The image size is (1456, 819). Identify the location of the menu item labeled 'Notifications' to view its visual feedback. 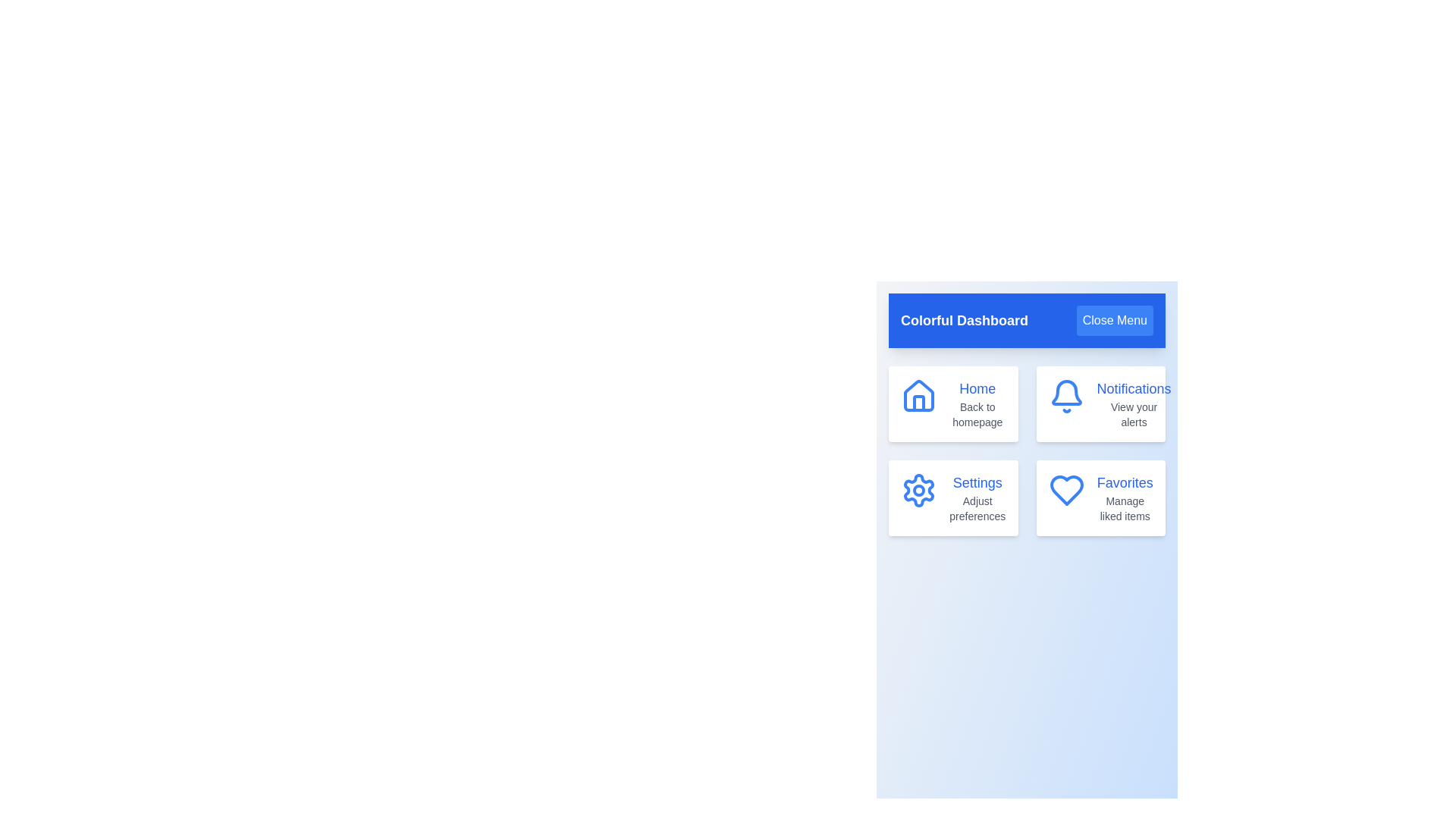
(1100, 403).